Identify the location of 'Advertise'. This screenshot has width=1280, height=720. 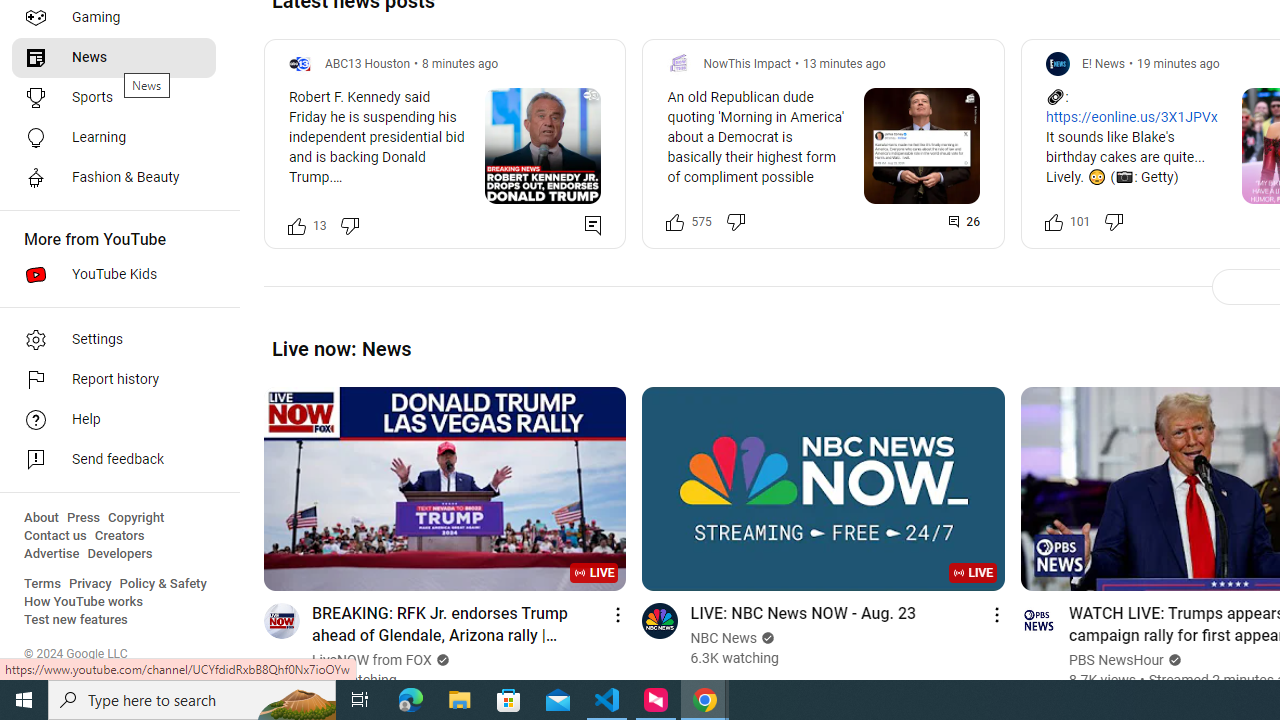
(51, 554).